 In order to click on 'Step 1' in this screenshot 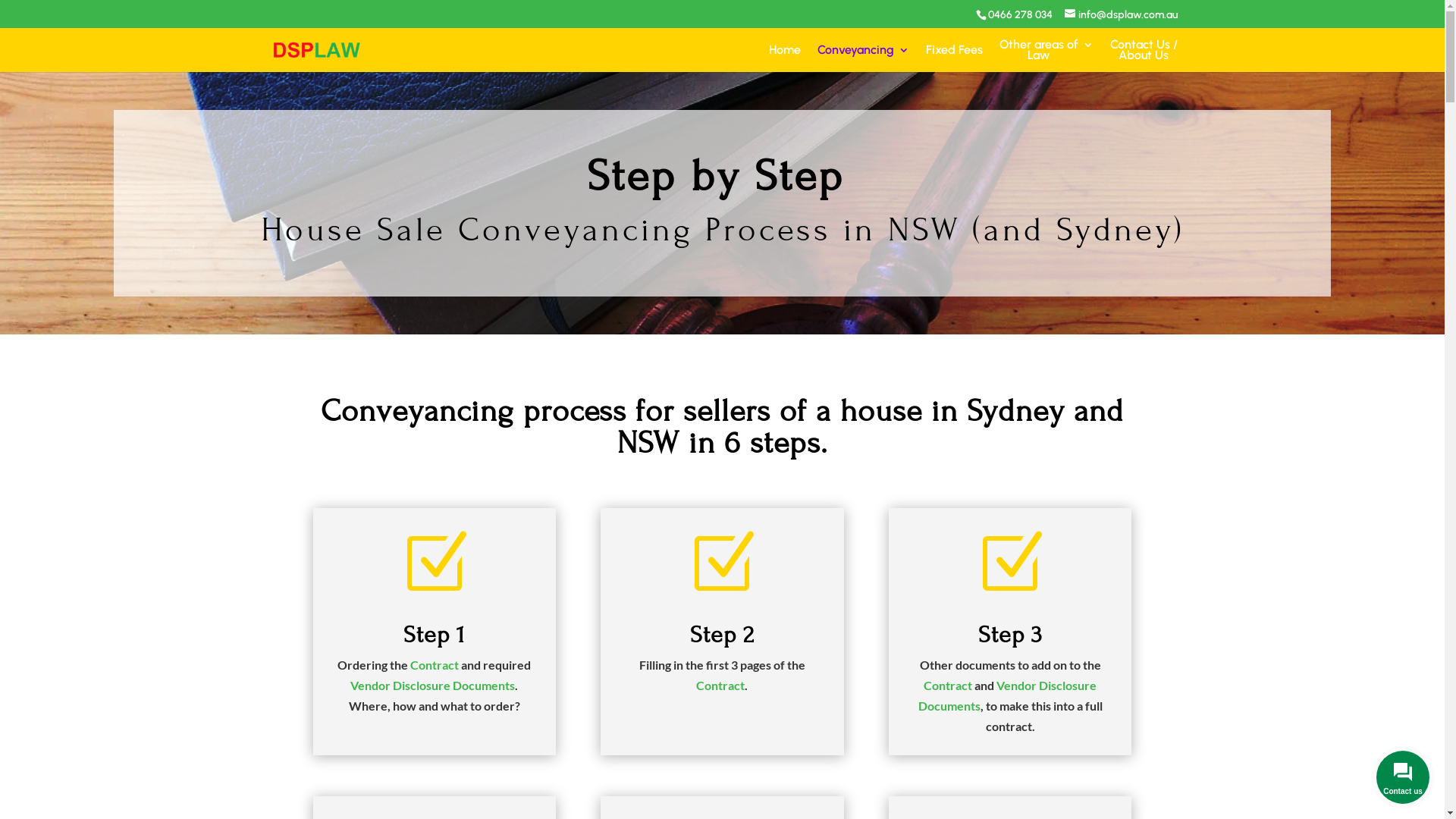, I will do `click(403, 634)`.